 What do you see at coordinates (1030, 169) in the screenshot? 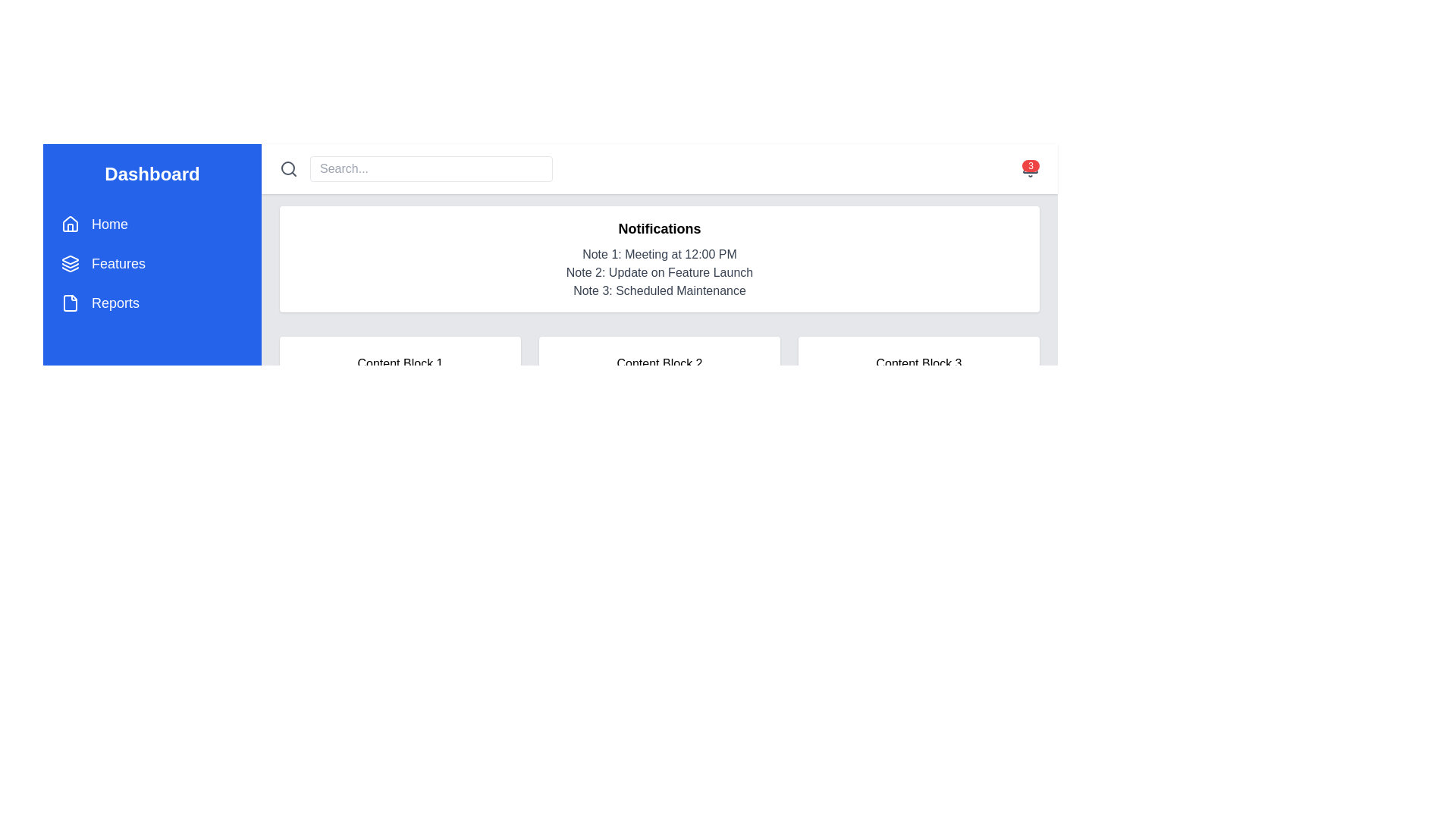
I see `the Notification badge with a red background and white text displaying the number '3' located` at bounding box center [1030, 169].